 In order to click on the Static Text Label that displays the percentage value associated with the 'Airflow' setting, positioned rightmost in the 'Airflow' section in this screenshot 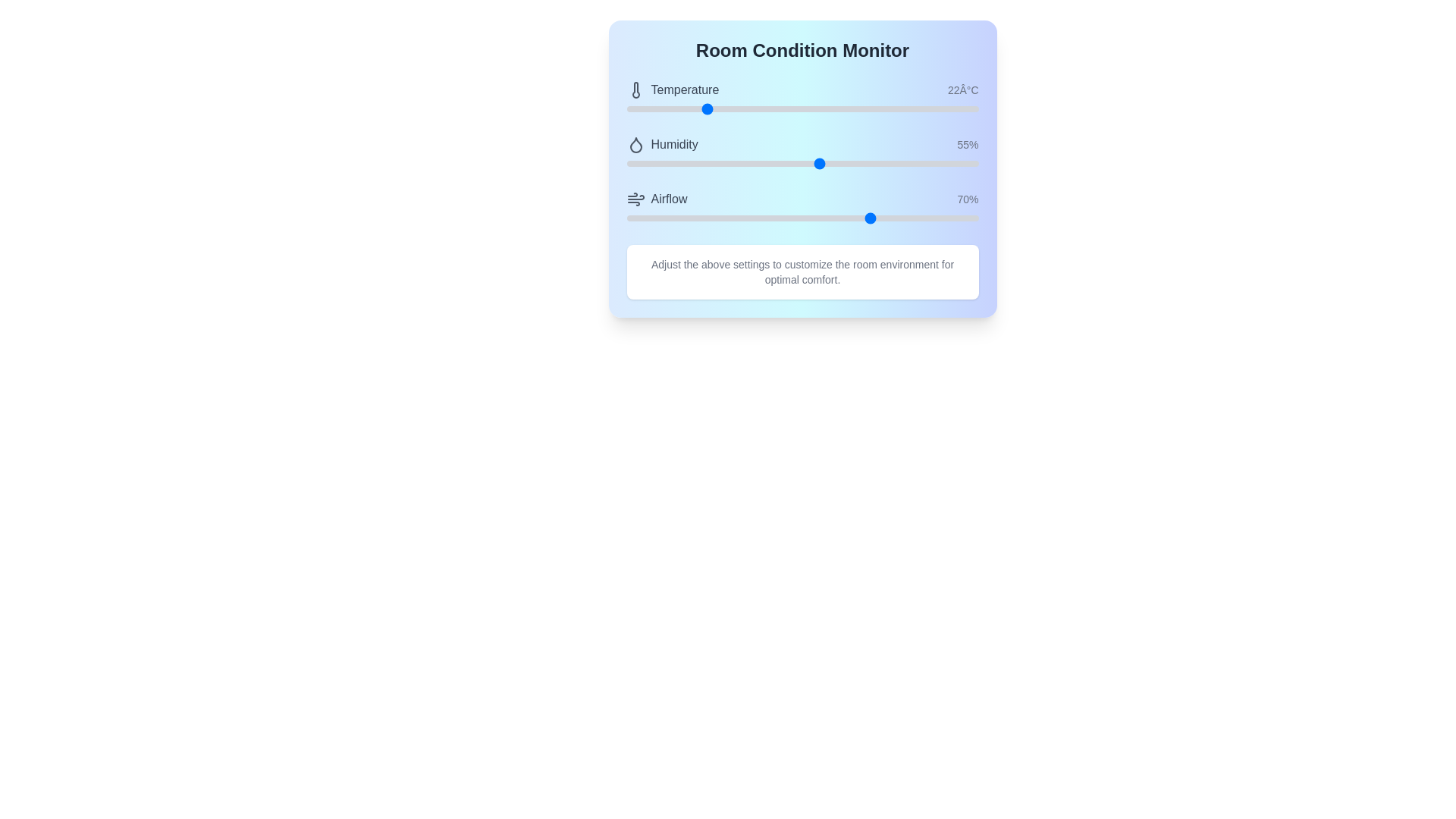, I will do `click(967, 198)`.